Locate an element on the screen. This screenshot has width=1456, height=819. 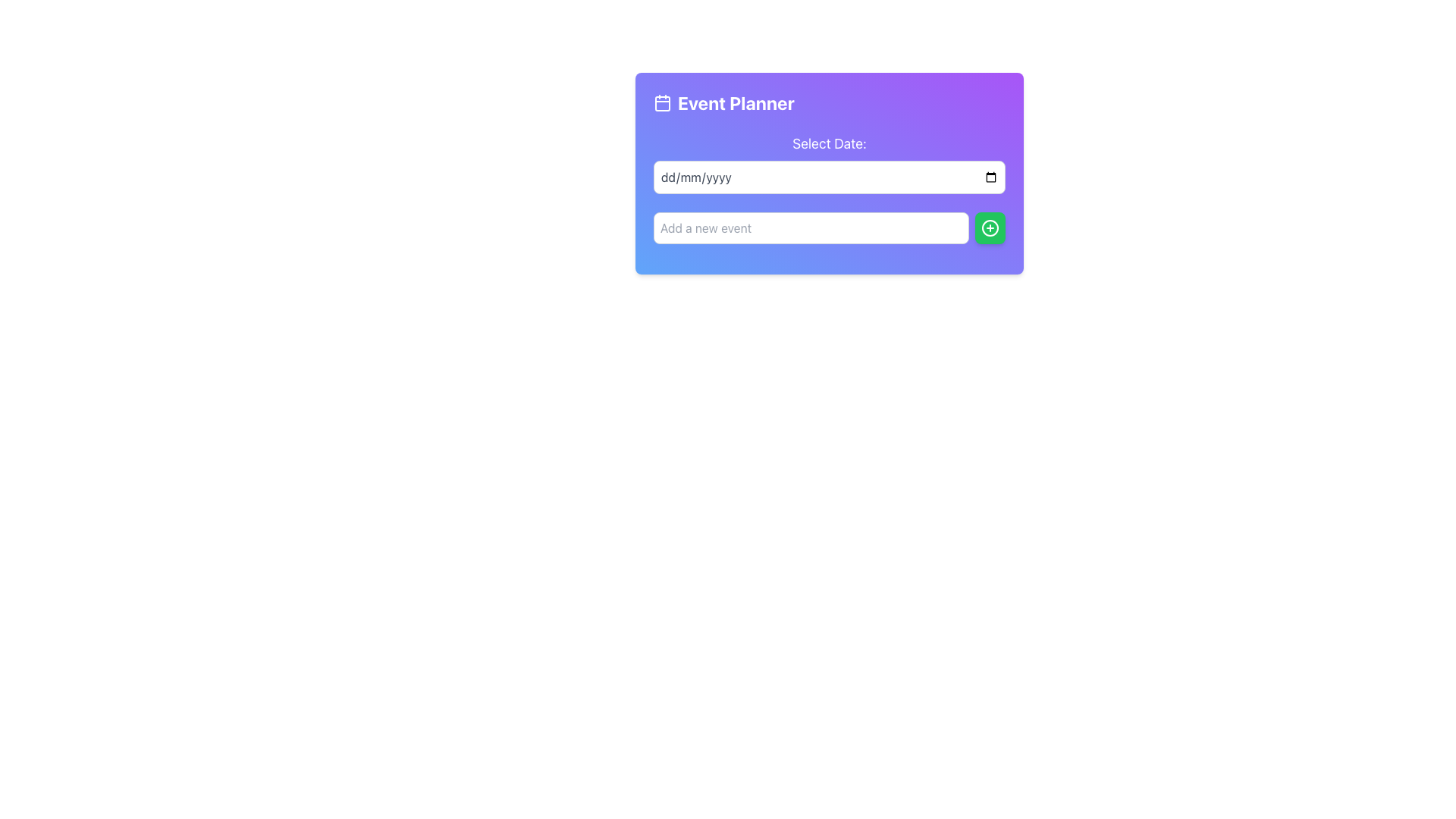
the date input field labeled 'Select Date:' is located at coordinates (829, 164).